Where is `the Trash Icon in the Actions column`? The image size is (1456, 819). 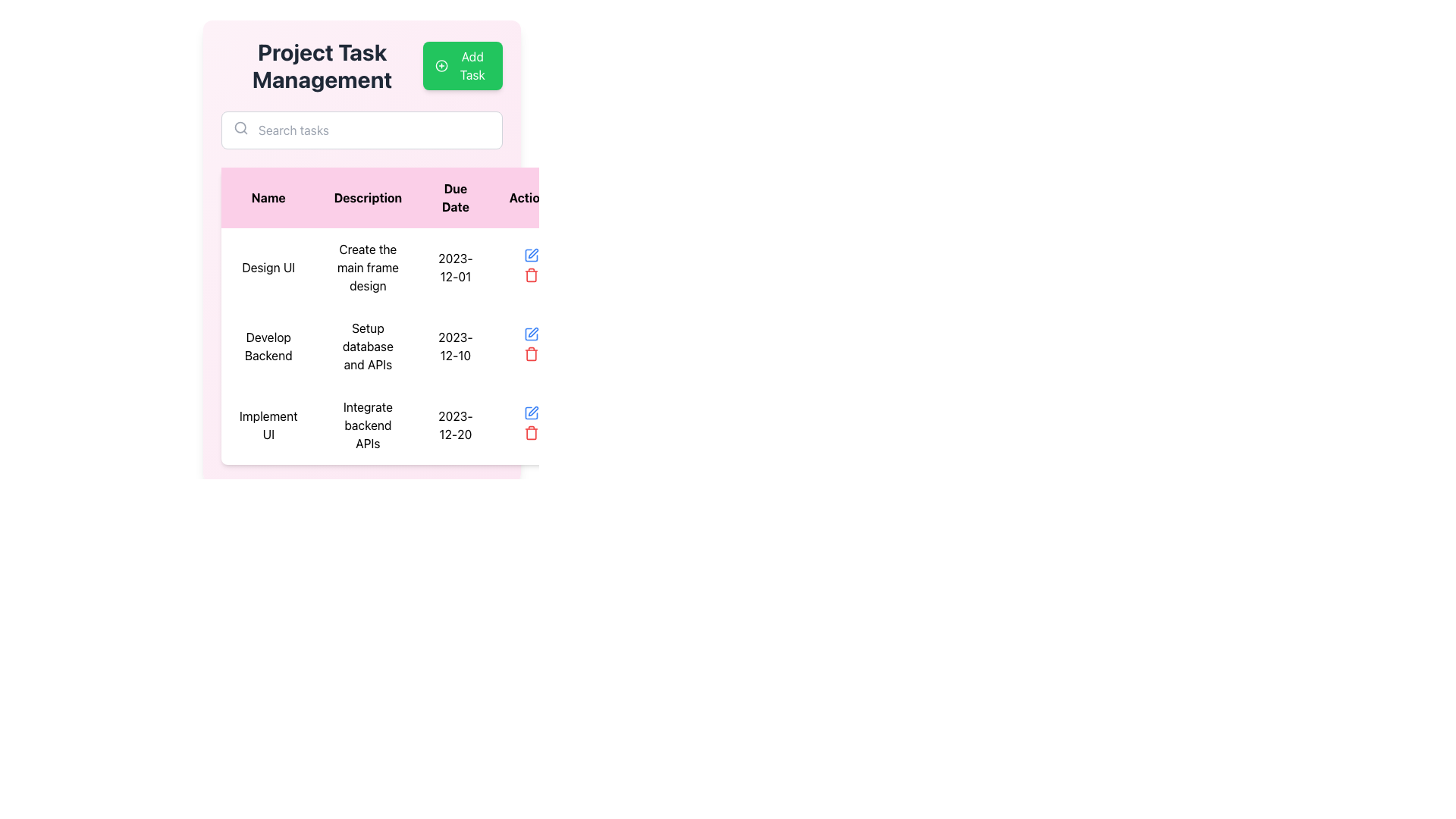
the Trash Icon in the Actions column is located at coordinates (531, 354).